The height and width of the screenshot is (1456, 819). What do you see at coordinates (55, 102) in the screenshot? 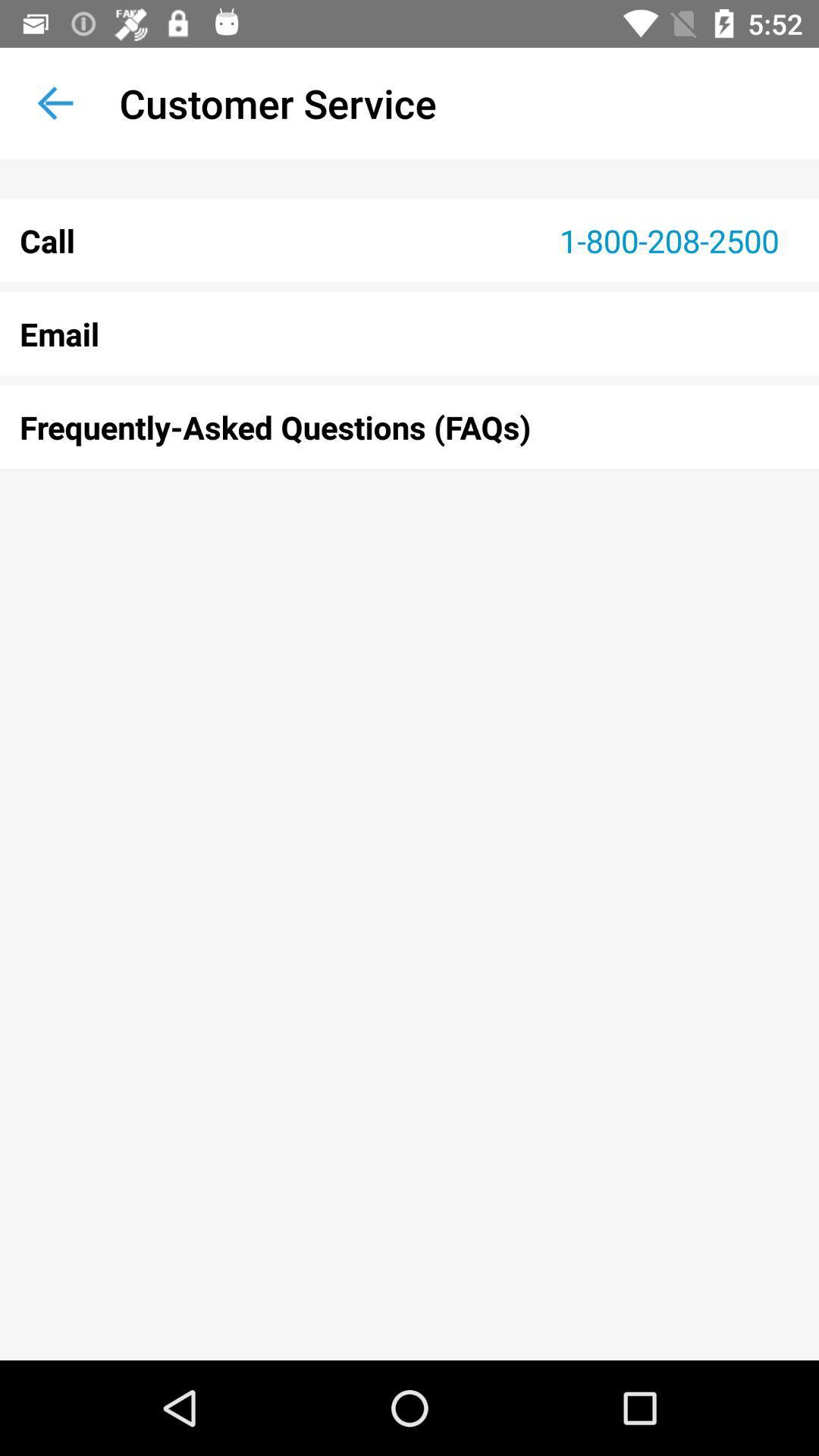
I see `the icon above call item` at bounding box center [55, 102].